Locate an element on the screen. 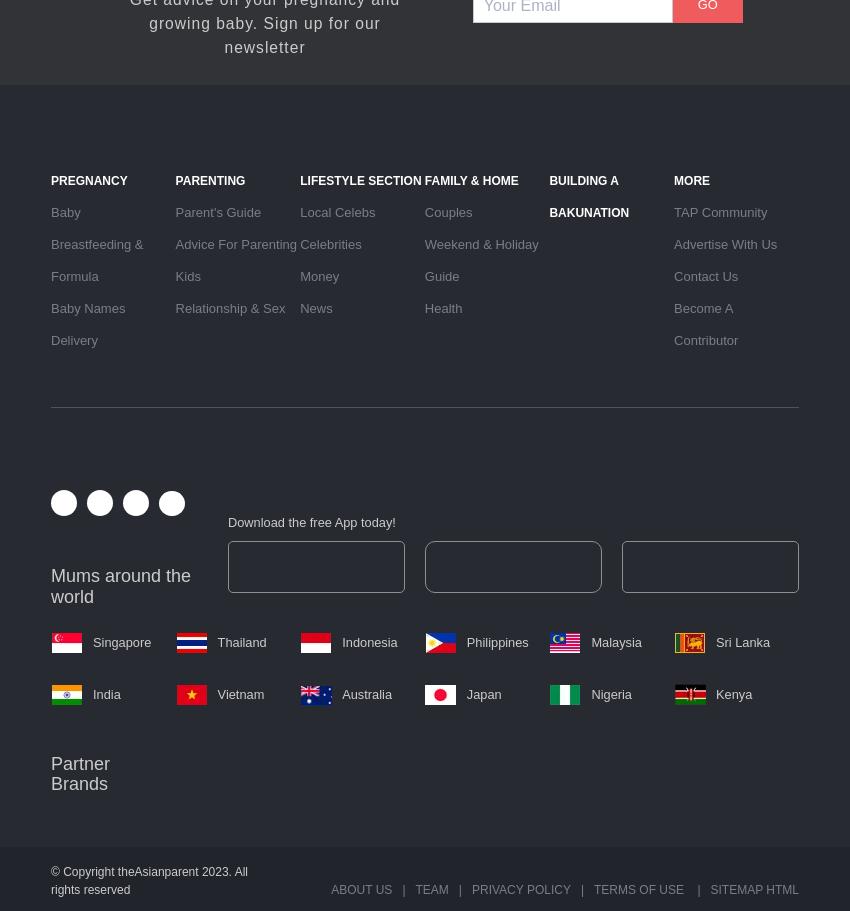  'I’m still your number one cheerleader and even more now that we’re married and I’ve seen the kind of man you are, before kasi I only saw you as my boyfriend who was becoming my husband, now I see the kind of husband that you are, the kind of father that you are, and how loving and responsible you are and leading your family to love and to know the Lord so because of that, because of your dedication and love to God, it is easy for me to submit because I trust you because you have trust for God. I love you so much.”' is located at coordinates (248, 330).